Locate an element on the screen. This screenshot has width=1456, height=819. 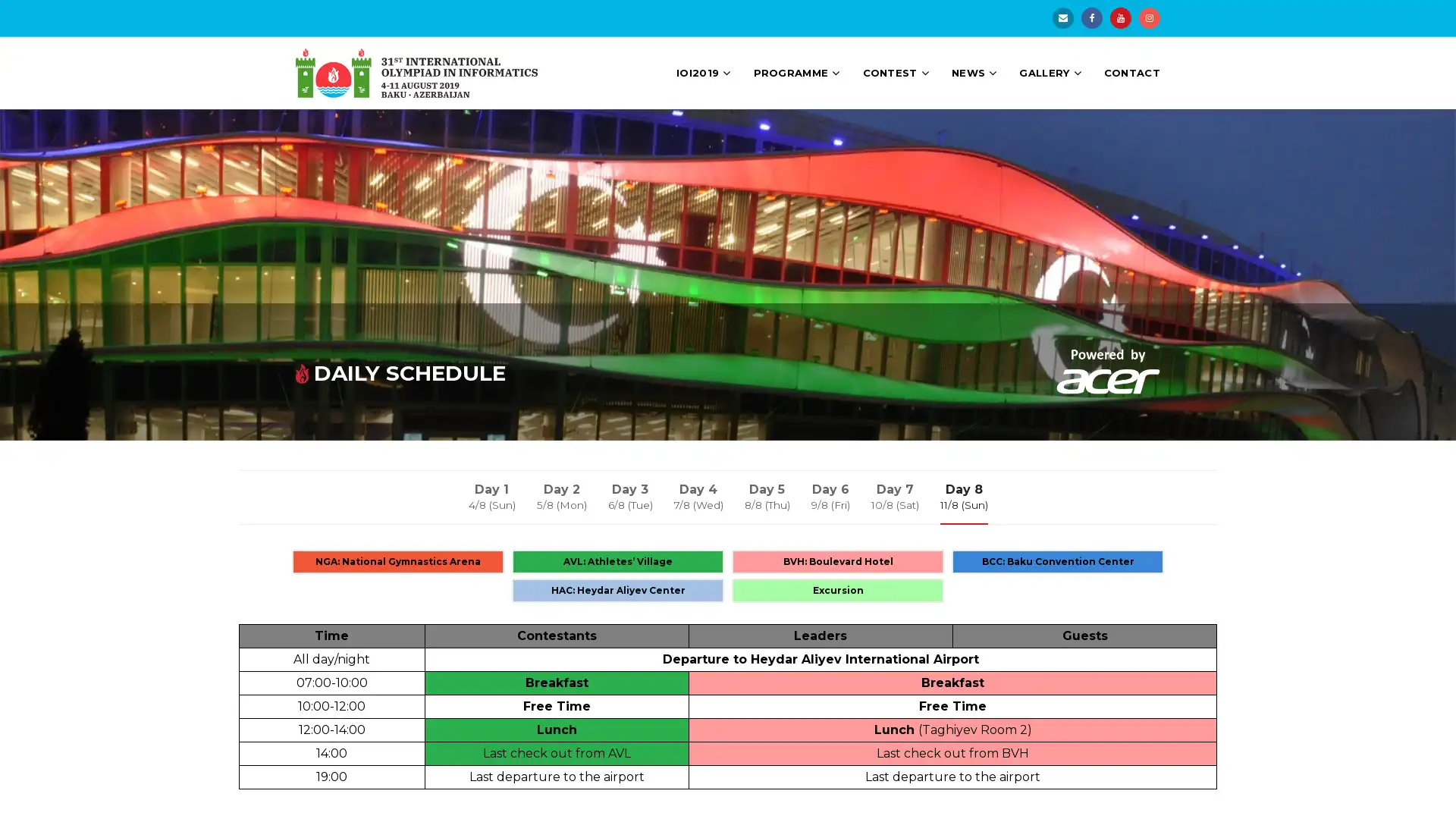
BVH: Boulevard Hotel is located at coordinates (836, 561).